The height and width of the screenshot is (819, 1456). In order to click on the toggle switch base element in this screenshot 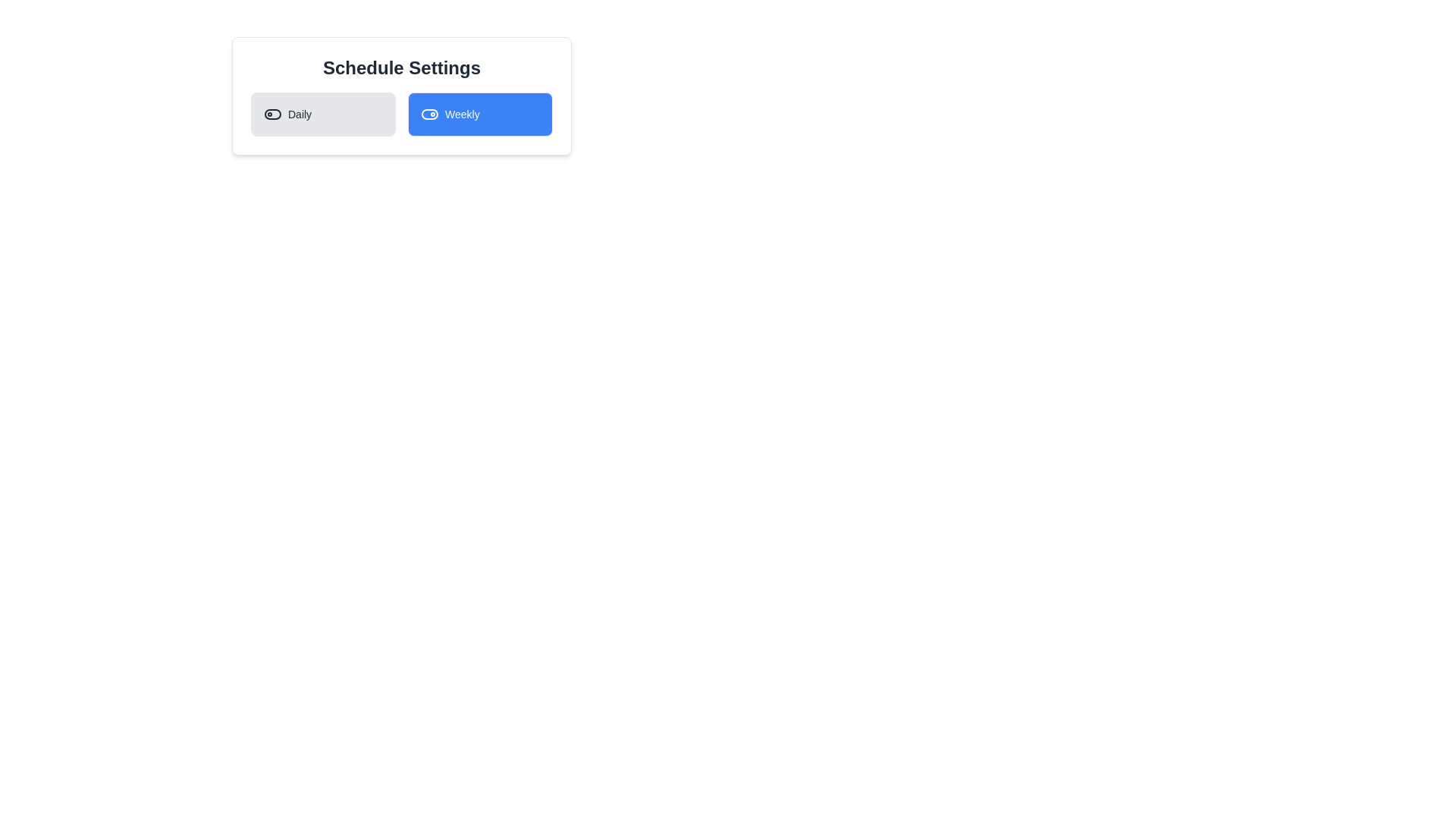, I will do `click(273, 113)`.